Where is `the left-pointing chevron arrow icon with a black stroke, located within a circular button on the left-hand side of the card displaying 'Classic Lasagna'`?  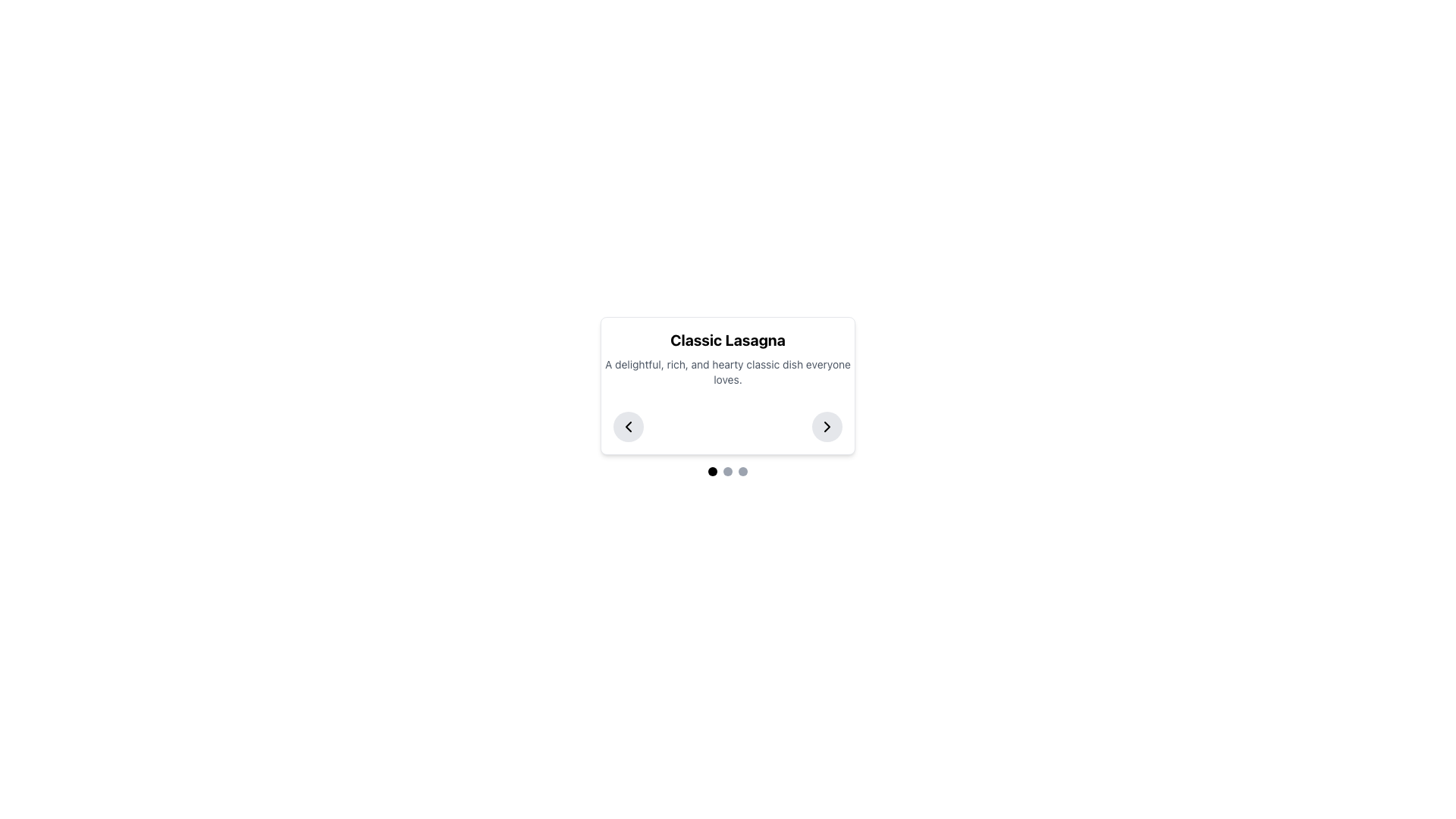 the left-pointing chevron arrow icon with a black stroke, located within a circular button on the left-hand side of the card displaying 'Classic Lasagna' is located at coordinates (629, 427).